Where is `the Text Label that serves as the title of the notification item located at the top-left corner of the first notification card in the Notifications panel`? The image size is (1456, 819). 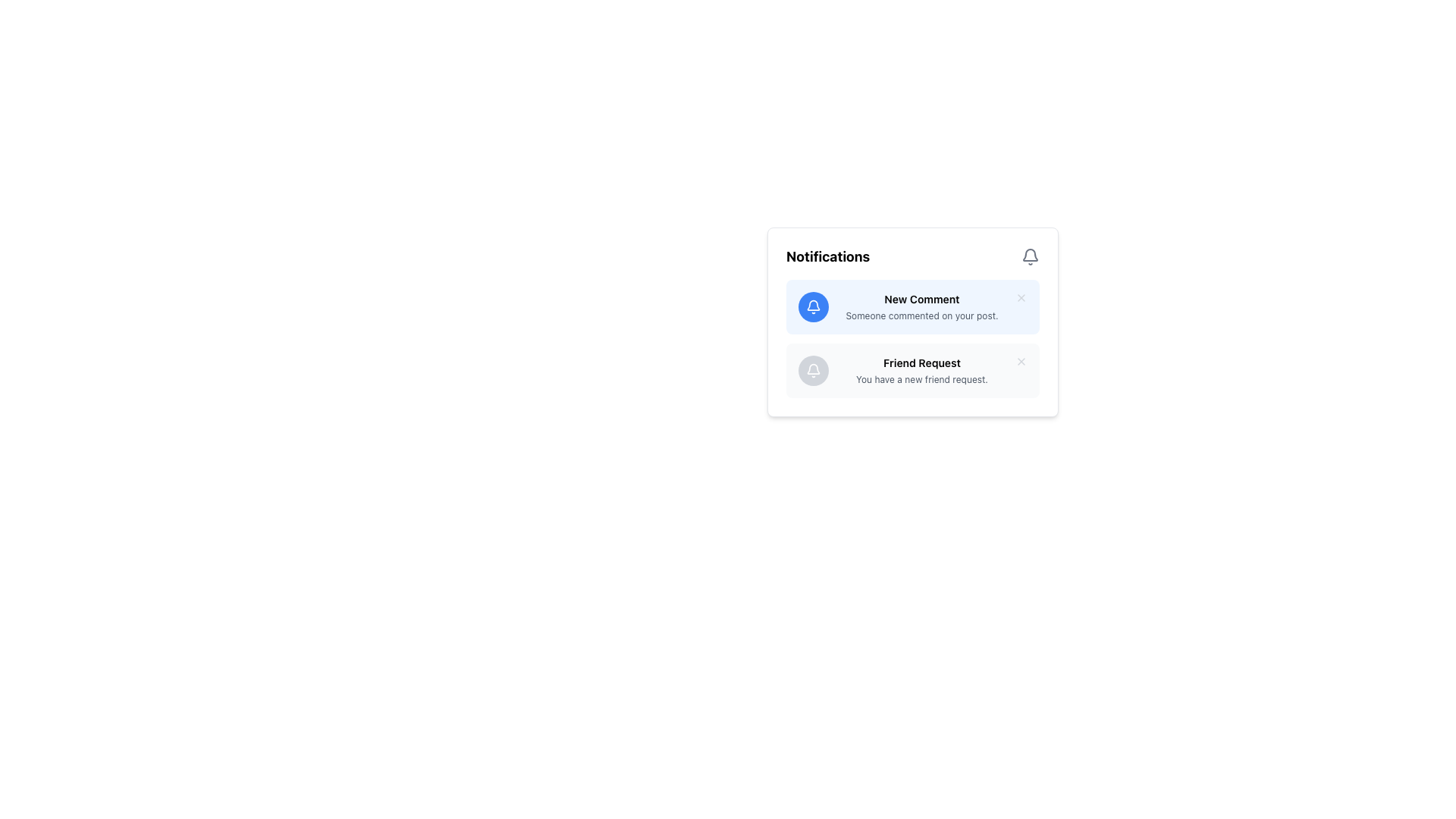
the Text Label that serves as the title of the notification item located at the top-left corner of the first notification card in the Notifications panel is located at coordinates (921, 299).